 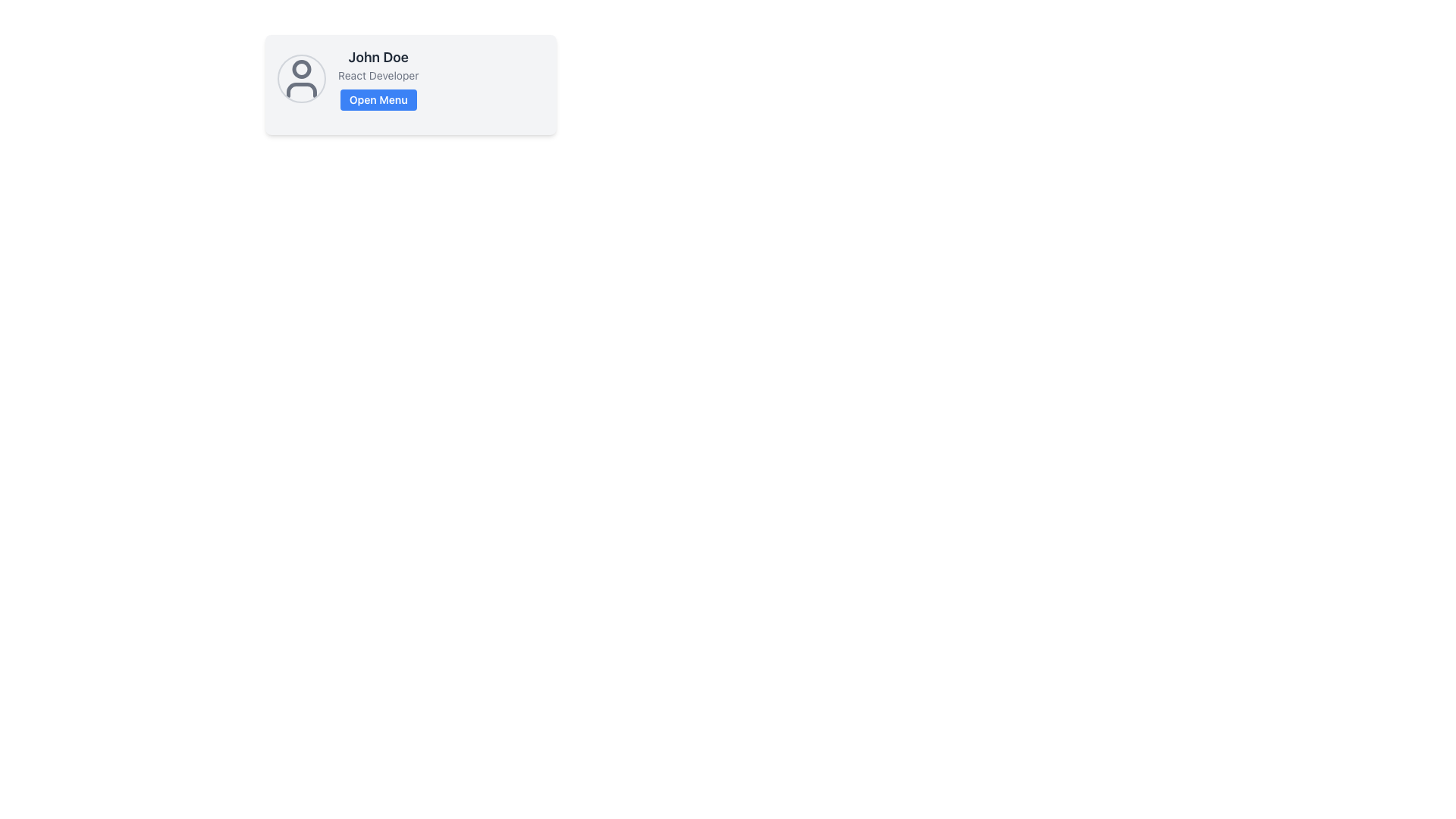 What do you see at coordinates (302, 79) in the screenshot?
I see `the Circular Profile Placeholder or Avatar element, which is a circular component with a gray border and a user icon, located to the left of the user details for 'John Doe'` at bounding box center [302, 79].